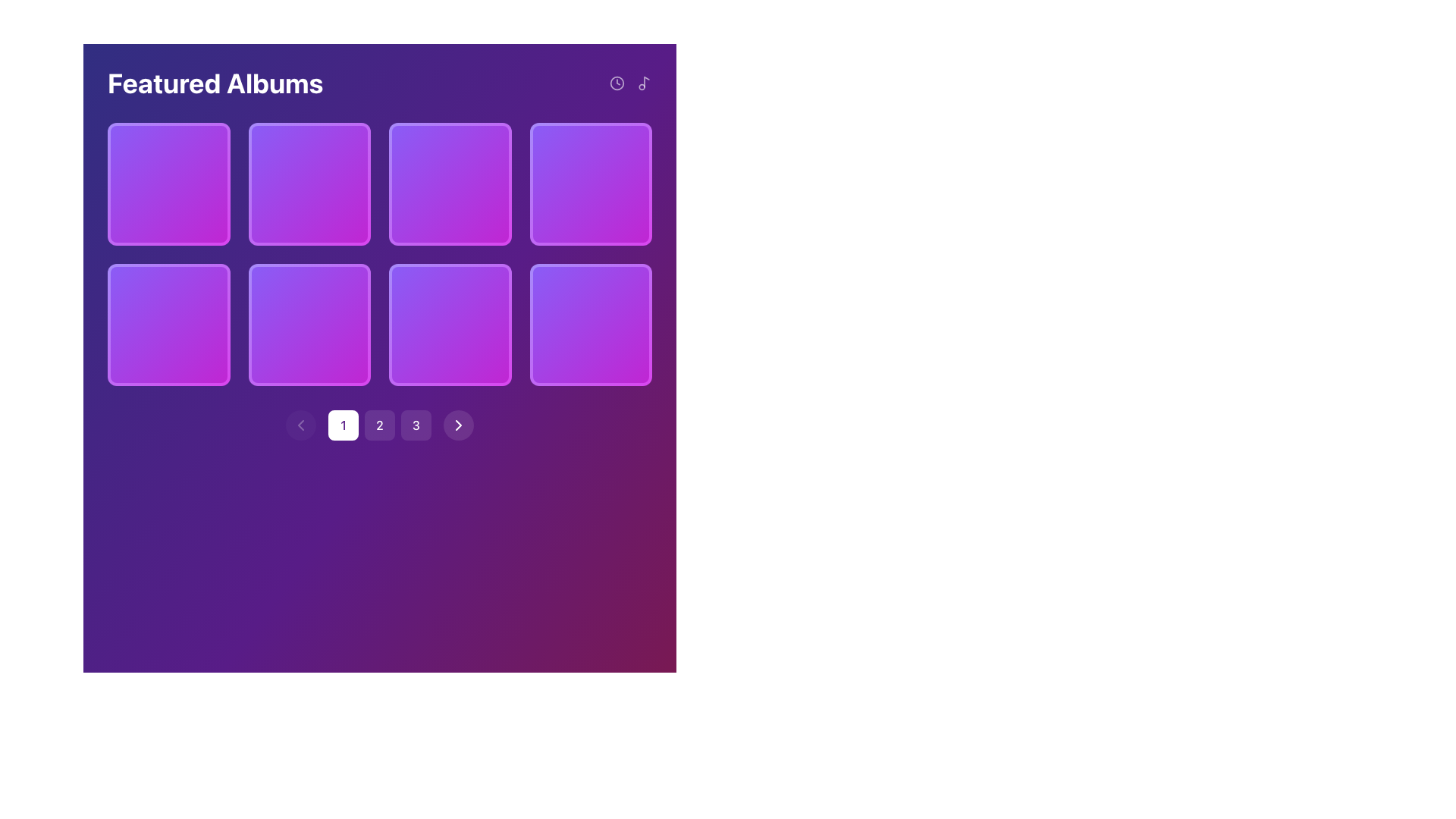 The width and height of the screenshot is (1456, 819). What do you see at coordinates (379, 425) in the screenshot?
I see `the button displaying the number '2' to change its background color` at bounding box center [379, 425].